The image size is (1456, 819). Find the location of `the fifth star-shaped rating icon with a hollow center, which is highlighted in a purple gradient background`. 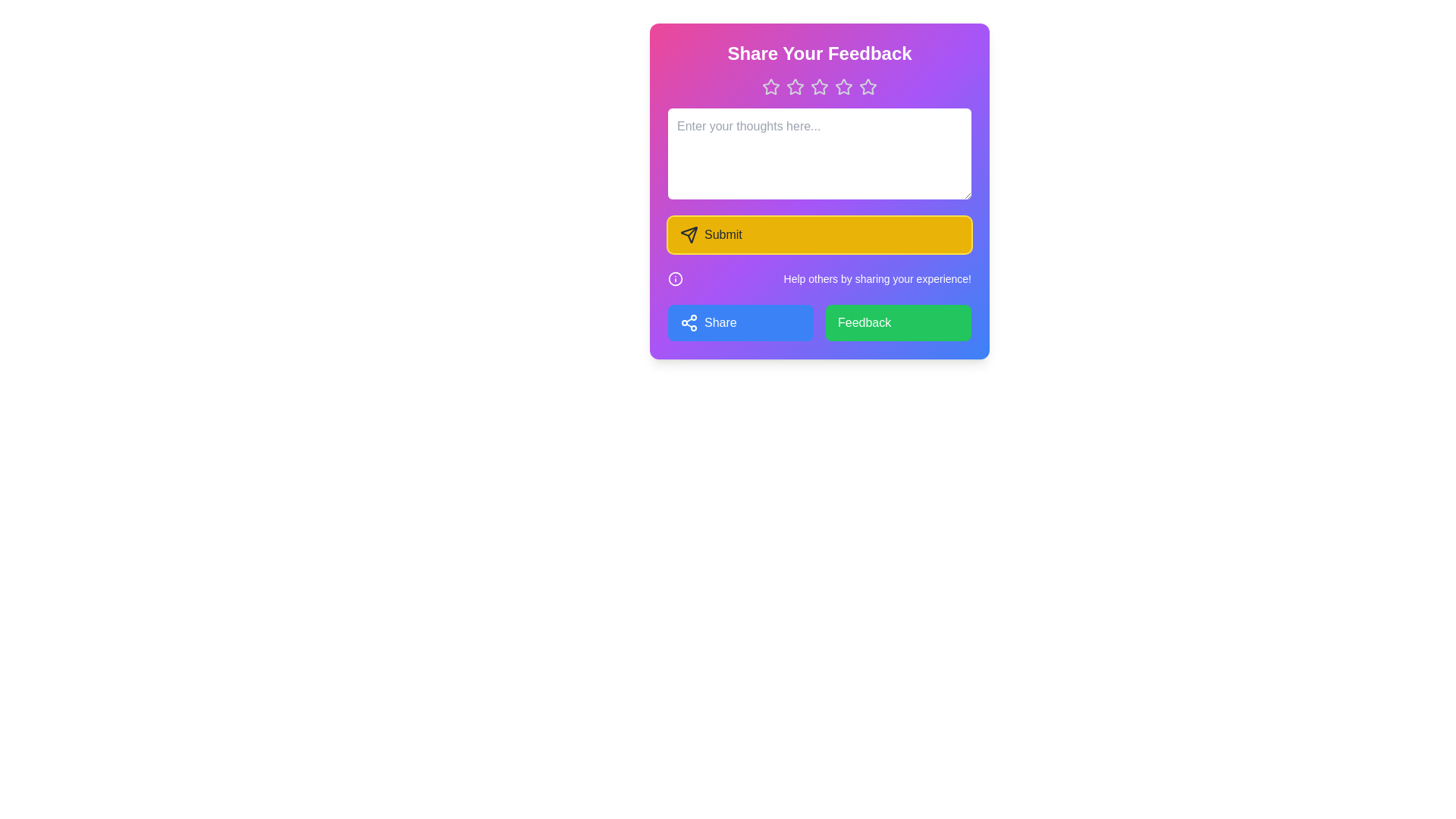

the fifth star-shaped rating icon with a hollow center, which is highlighted in a purple gradient background is located at coordinates (868, 86).